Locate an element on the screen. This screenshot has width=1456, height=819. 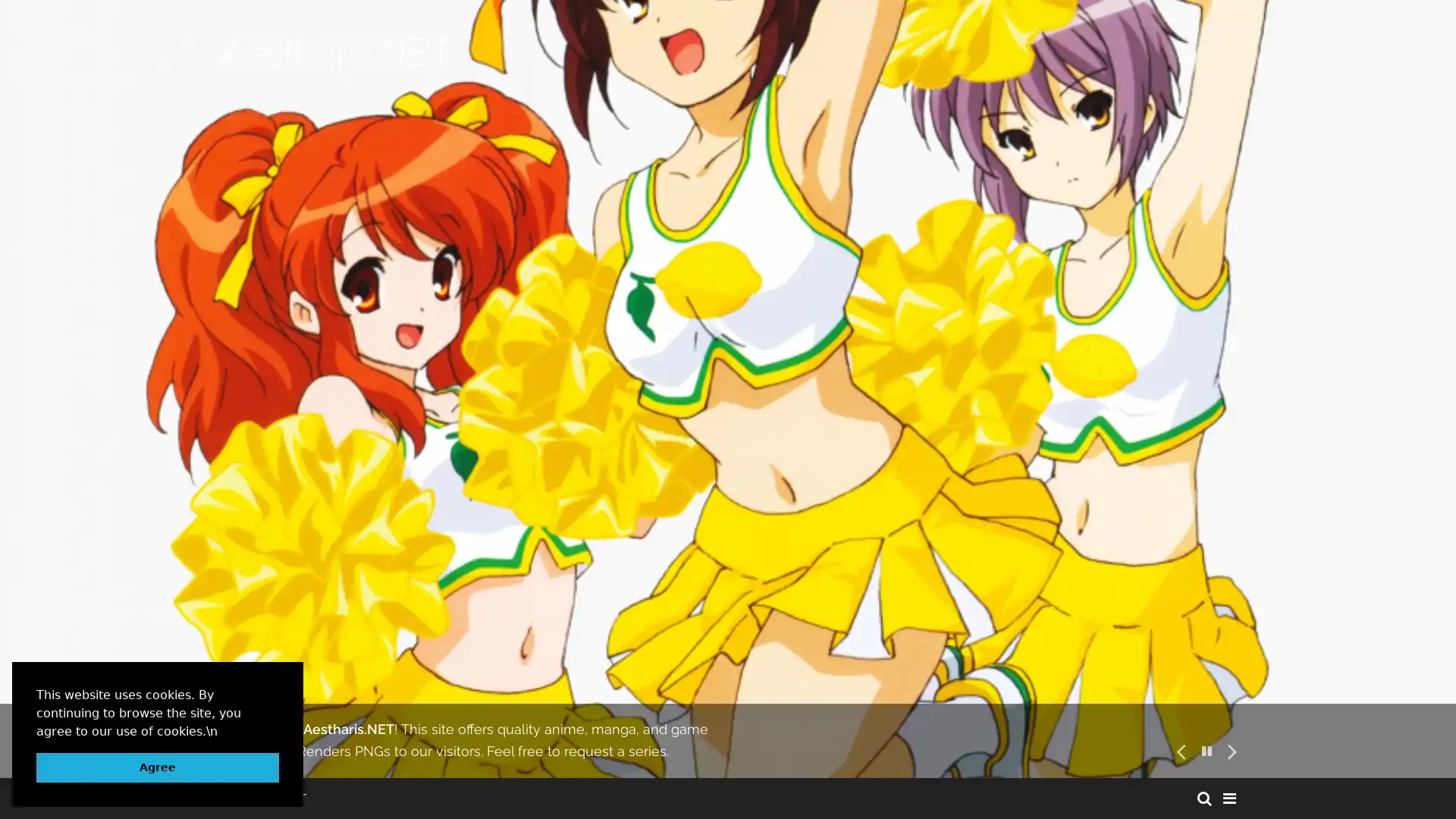
learn more about cookies is located at coordinates (222, 731).